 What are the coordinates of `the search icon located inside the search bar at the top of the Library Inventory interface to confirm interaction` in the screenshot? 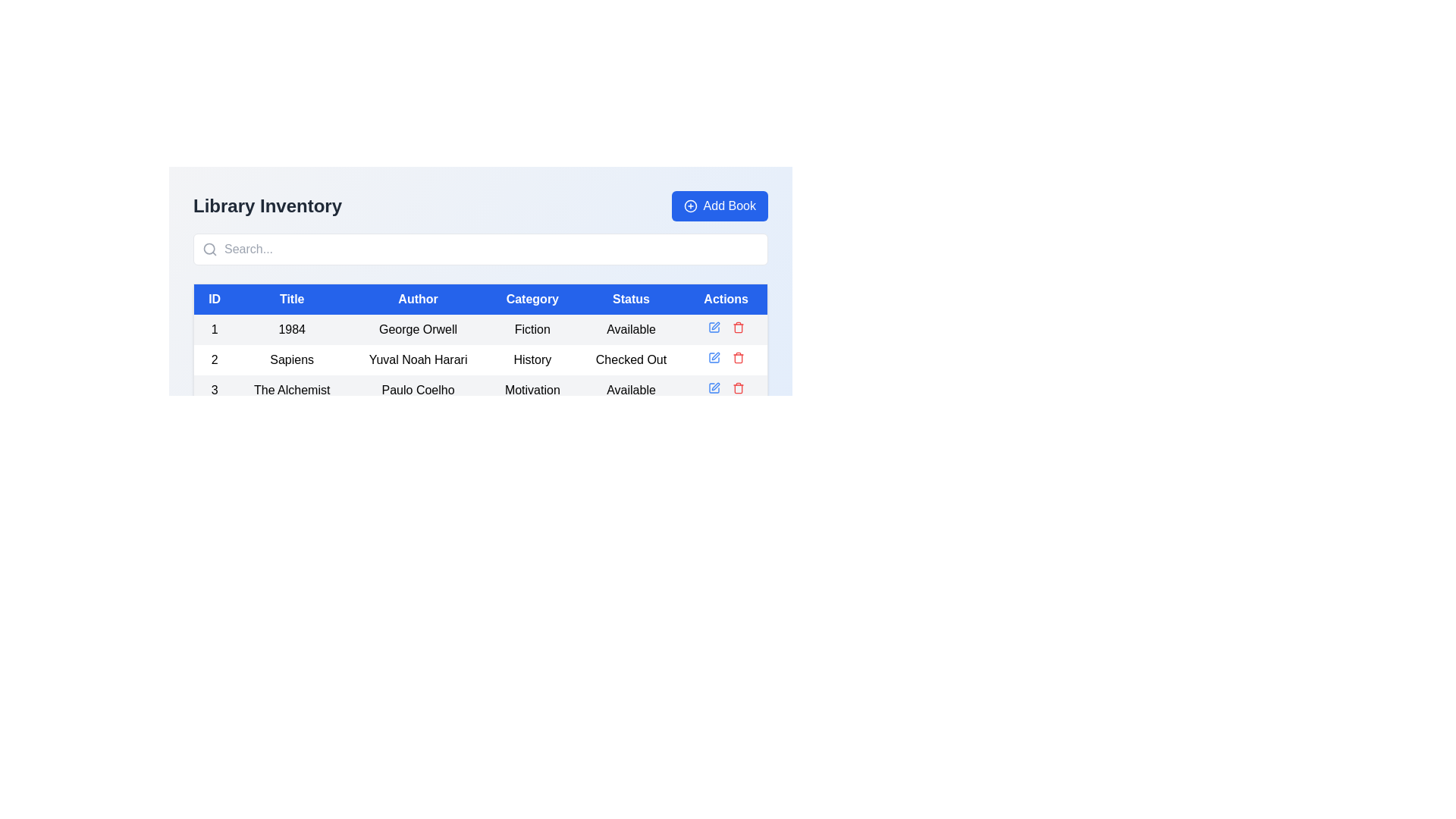 It's located at (209, 248).